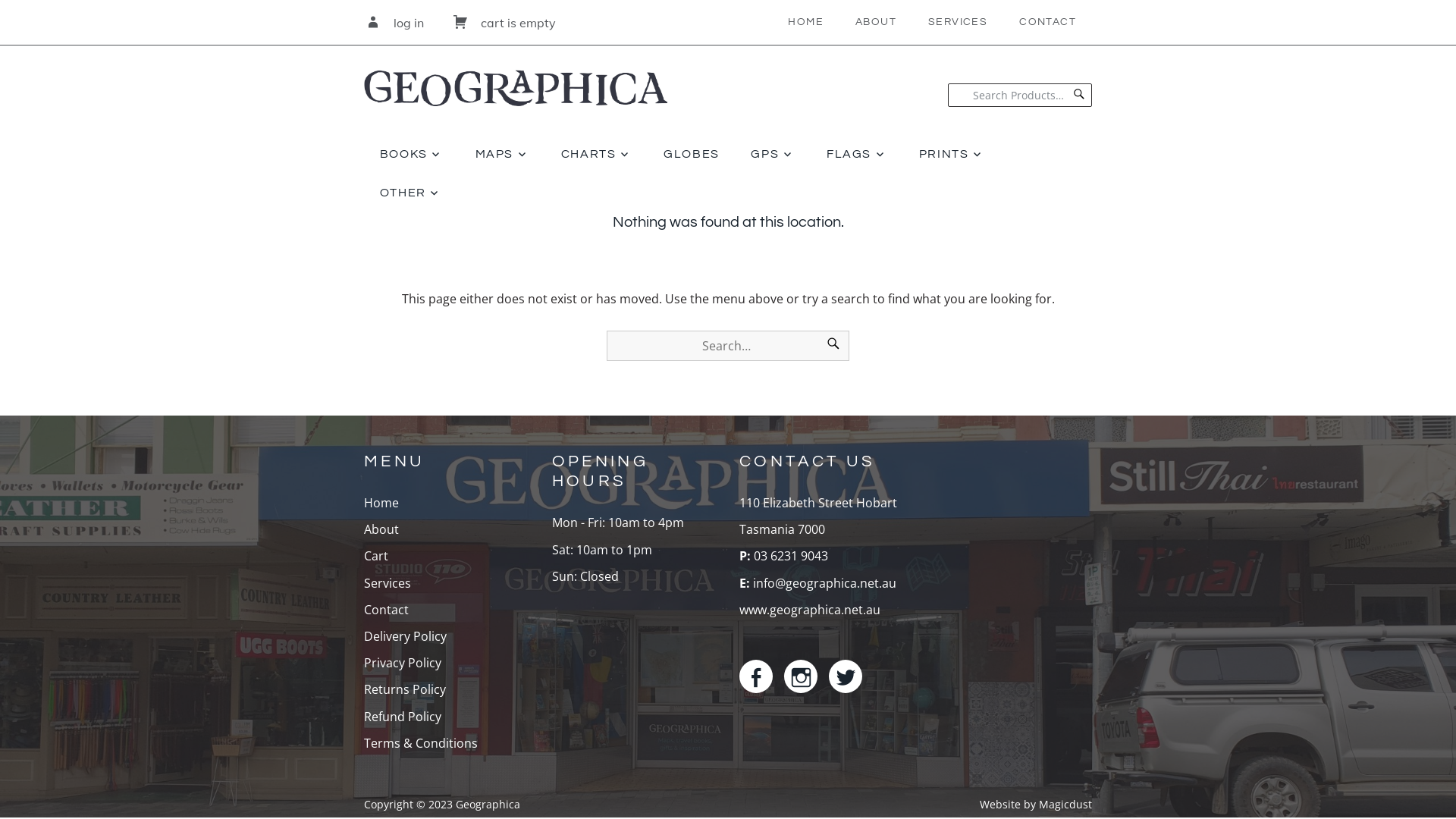 This screenshot has height=819, width=1456. What do you see at coordinates (450, 23) in the screenshot?
I see `'cart is empty'` at bounding box center [450, 23].